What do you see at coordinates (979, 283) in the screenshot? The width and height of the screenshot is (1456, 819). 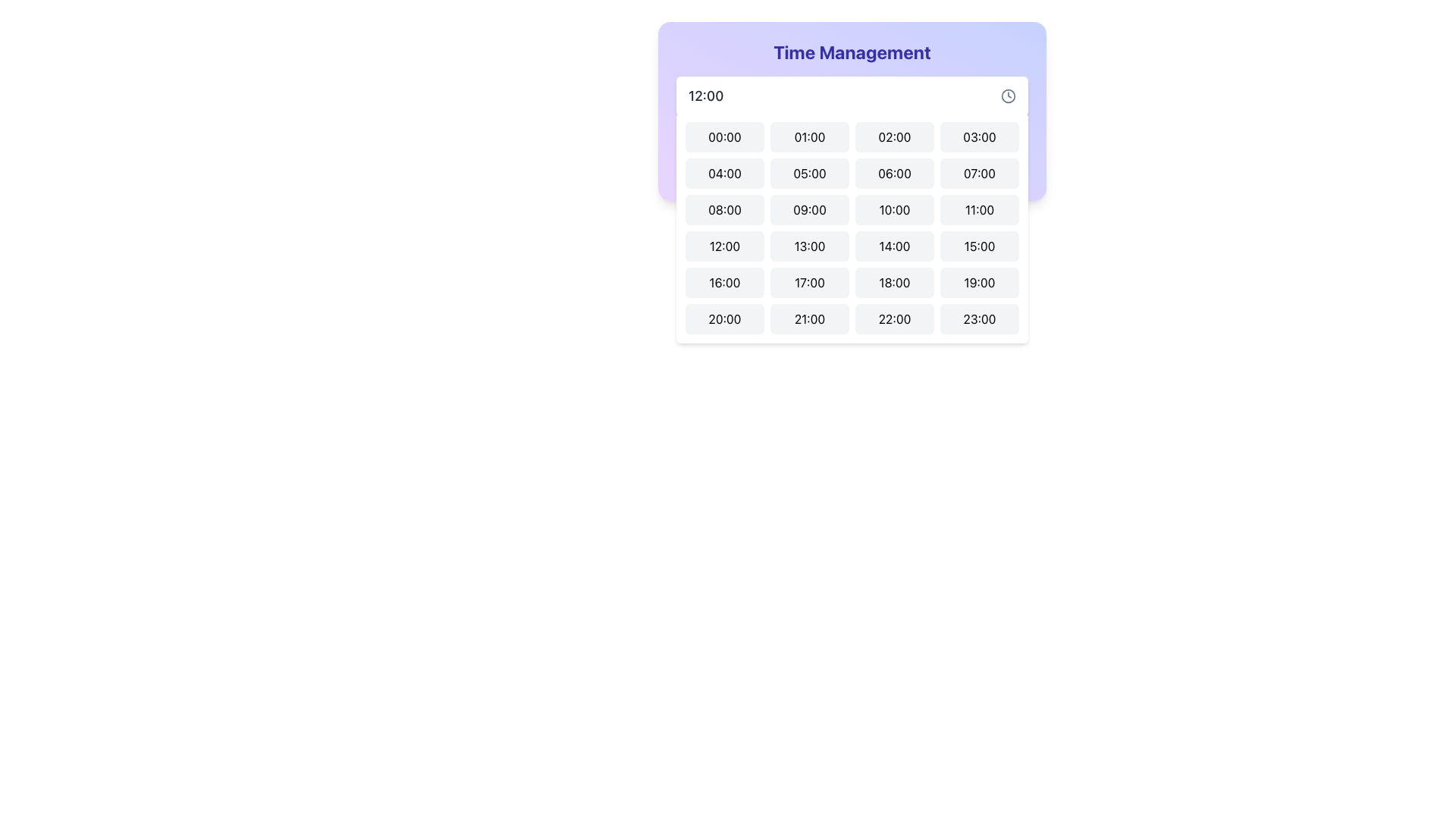 I see `the selectable time option button for '19:00', which is the seventh button in the last row of a 4-column grid layout, located in the bottom-right corner` at bounding box center [979, 283].